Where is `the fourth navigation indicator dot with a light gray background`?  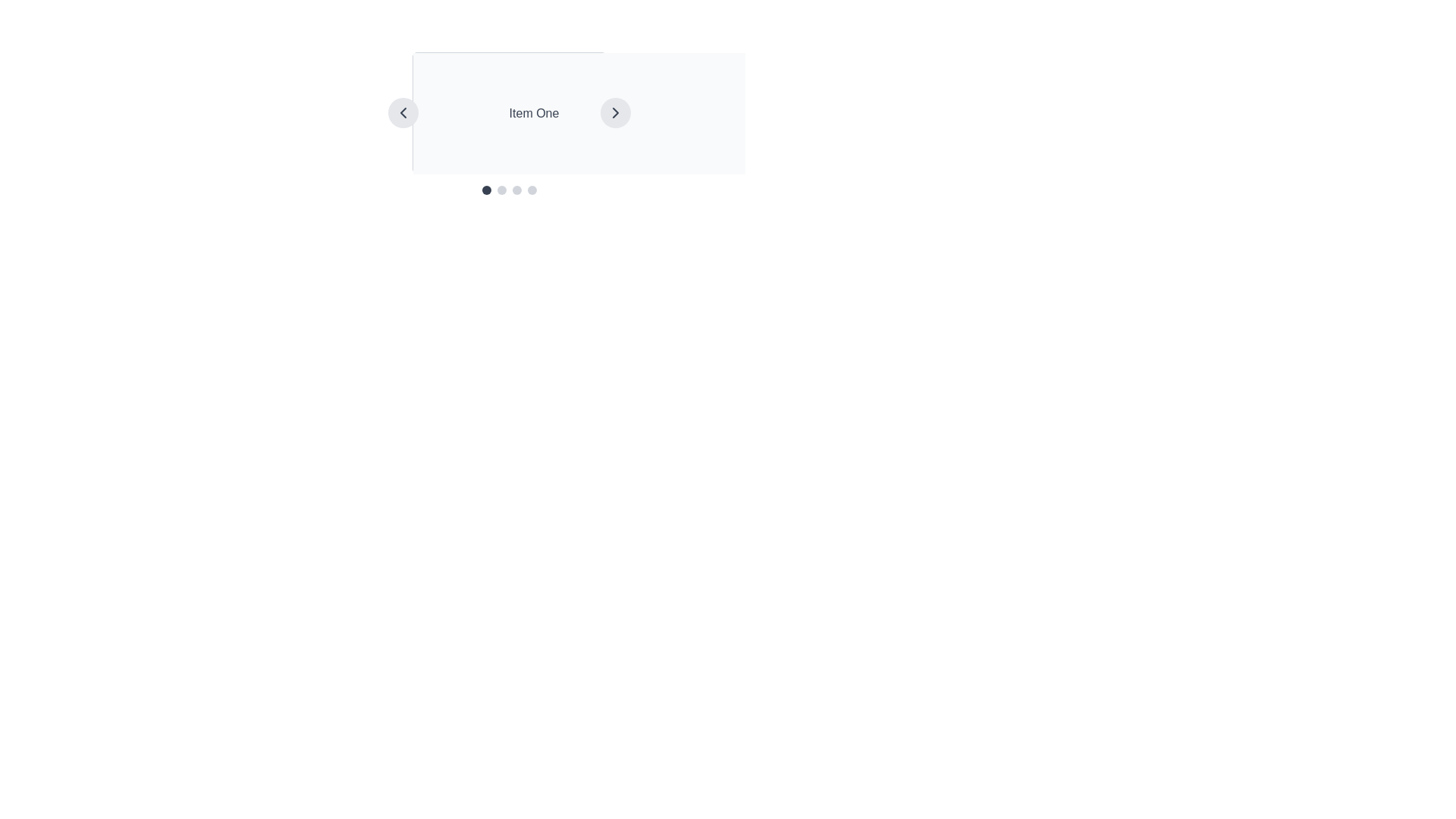 the fourth navigation indicator dot with a light gray background is located at coordinates (532, 189).